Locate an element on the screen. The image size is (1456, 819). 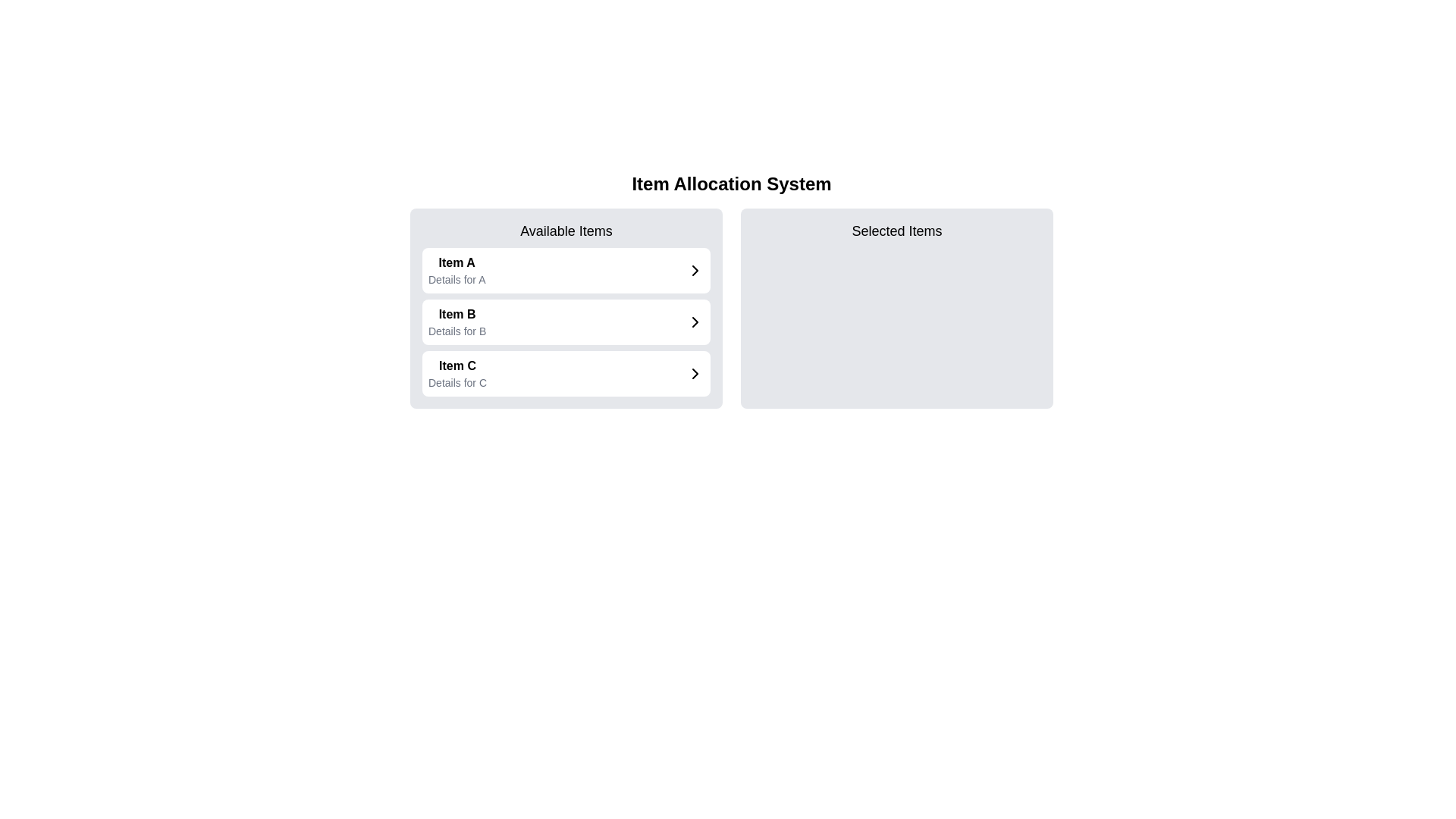
the interaction icon for 'Item A' located at the far right of the first row under 'Available Items' is located at coordinates (694, 270).